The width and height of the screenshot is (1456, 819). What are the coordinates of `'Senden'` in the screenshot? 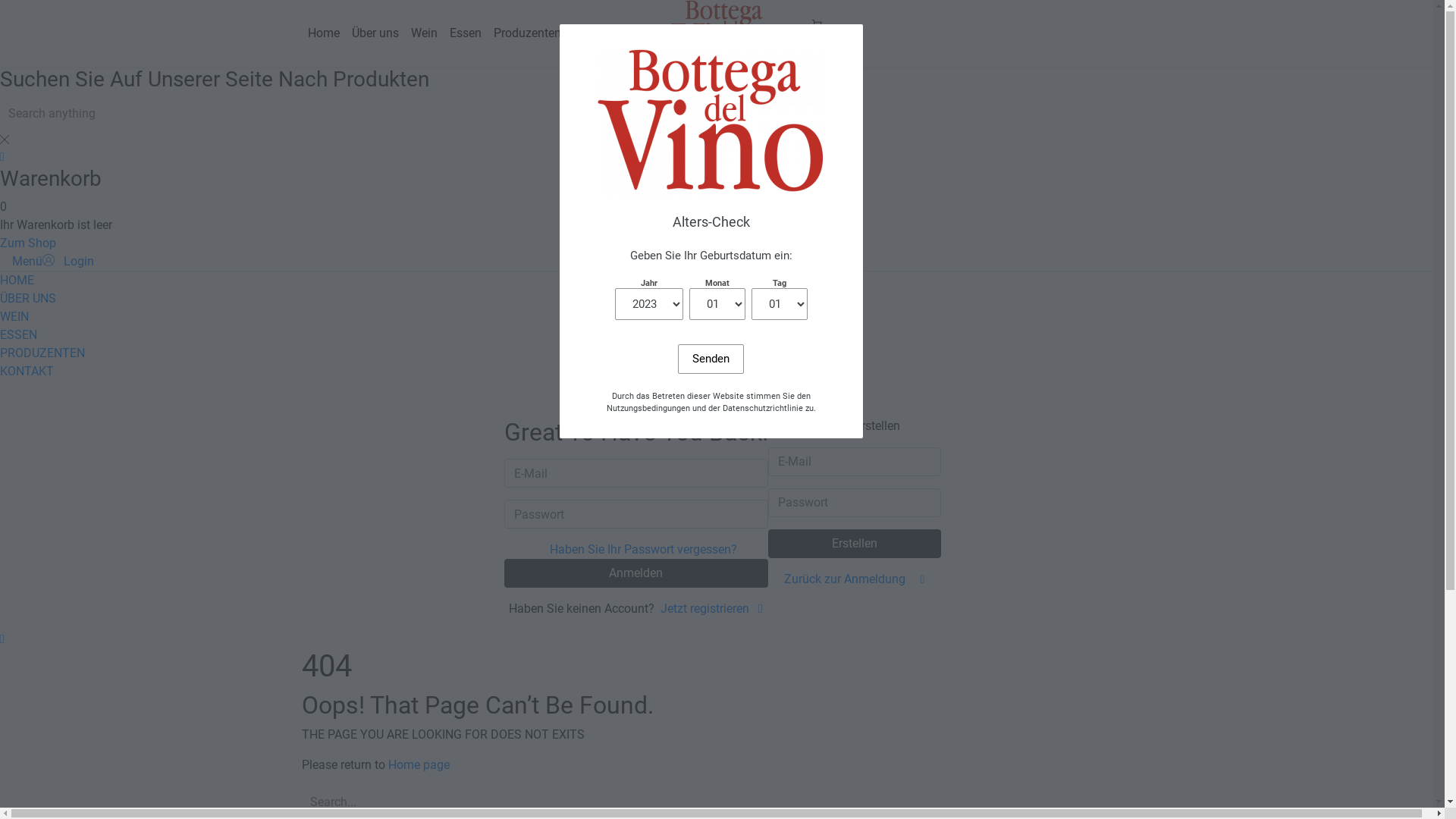 It's located at (676, 359).